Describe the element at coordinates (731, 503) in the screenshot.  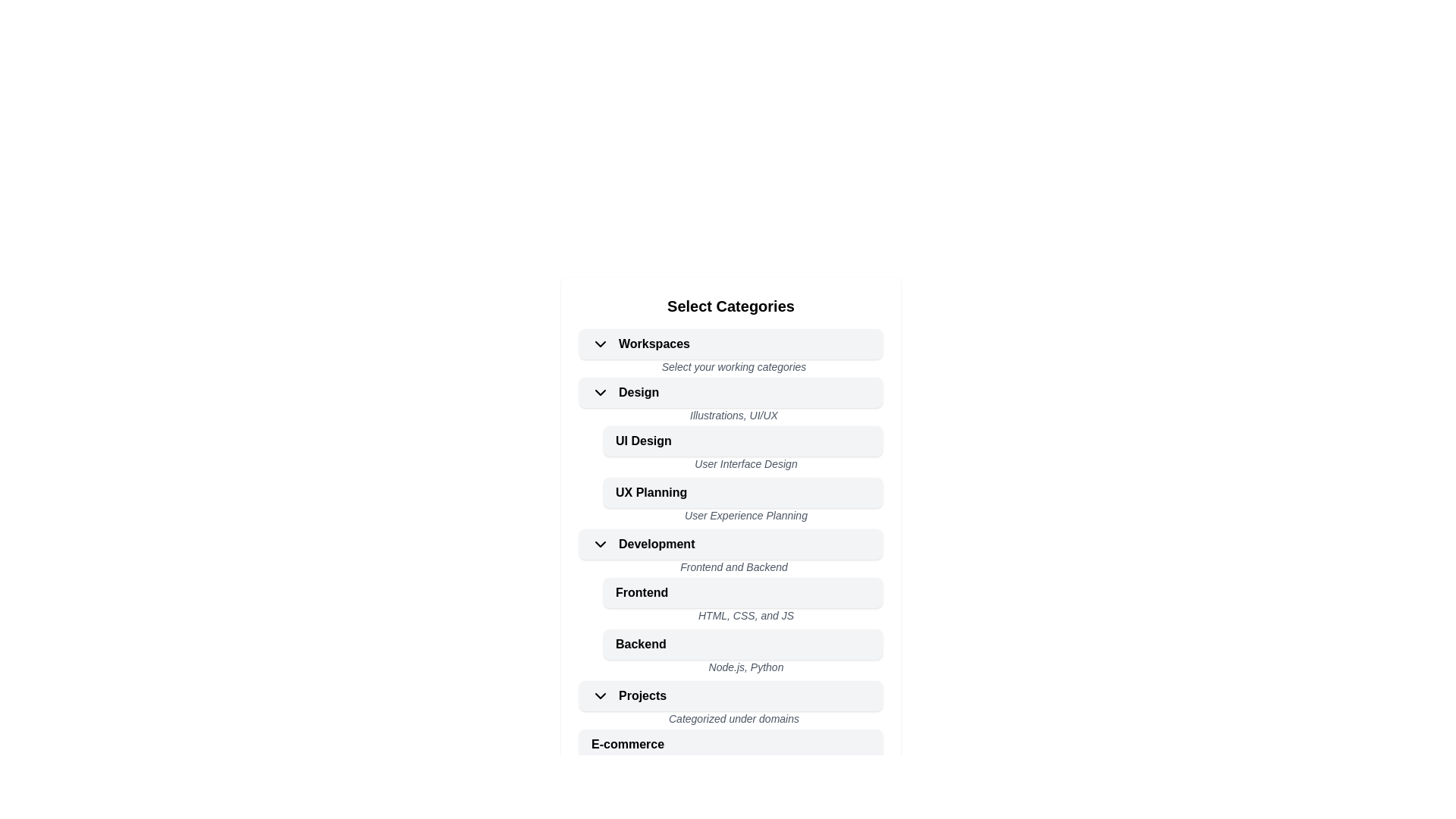
I see `the selectable list item labeled 'UX Planning'` at that location.